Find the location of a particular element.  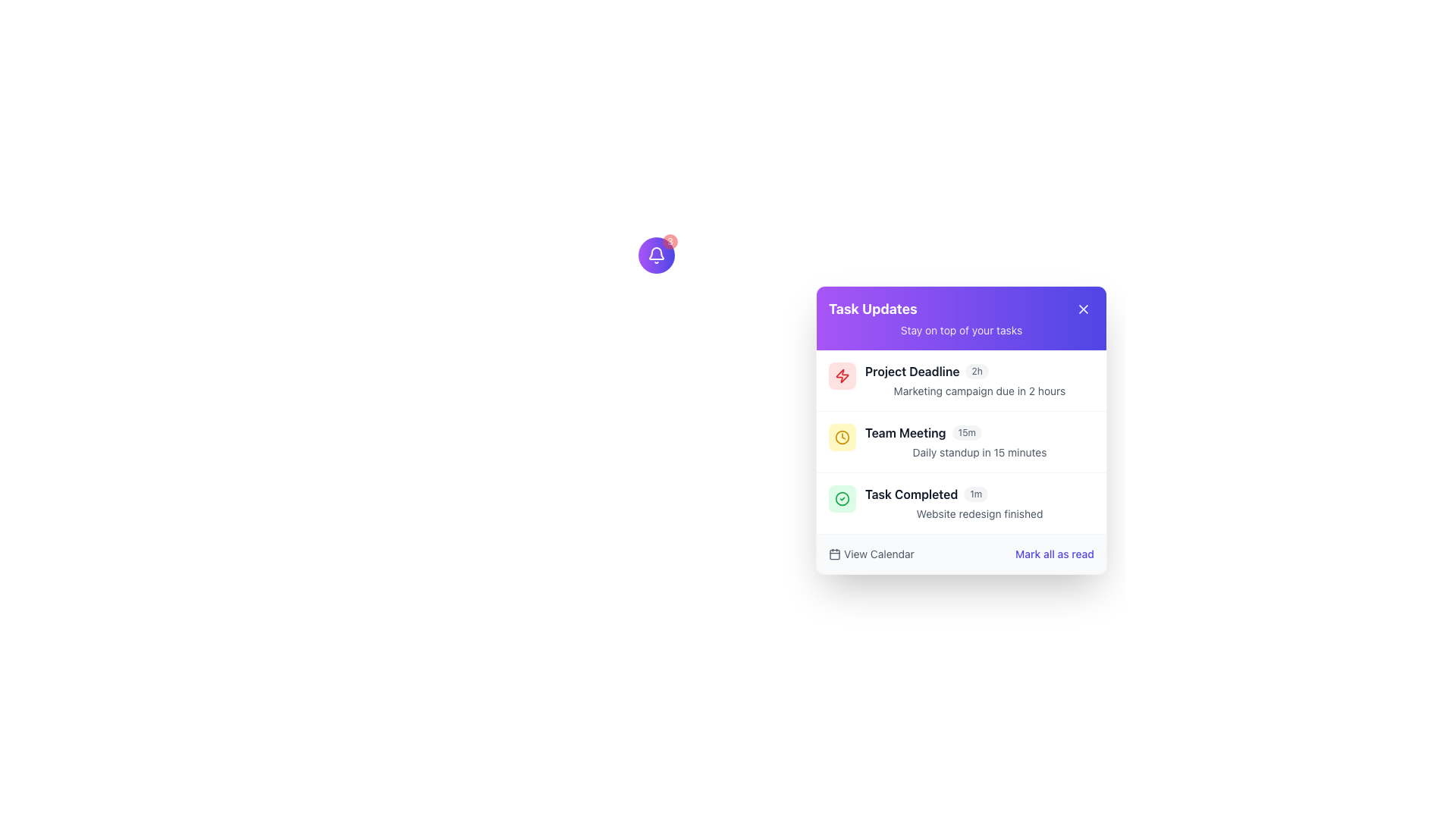

the bell icon, which is a small, stylized white bell symbol centered within a circular purple gradient background is located at coordinates (656, 254).